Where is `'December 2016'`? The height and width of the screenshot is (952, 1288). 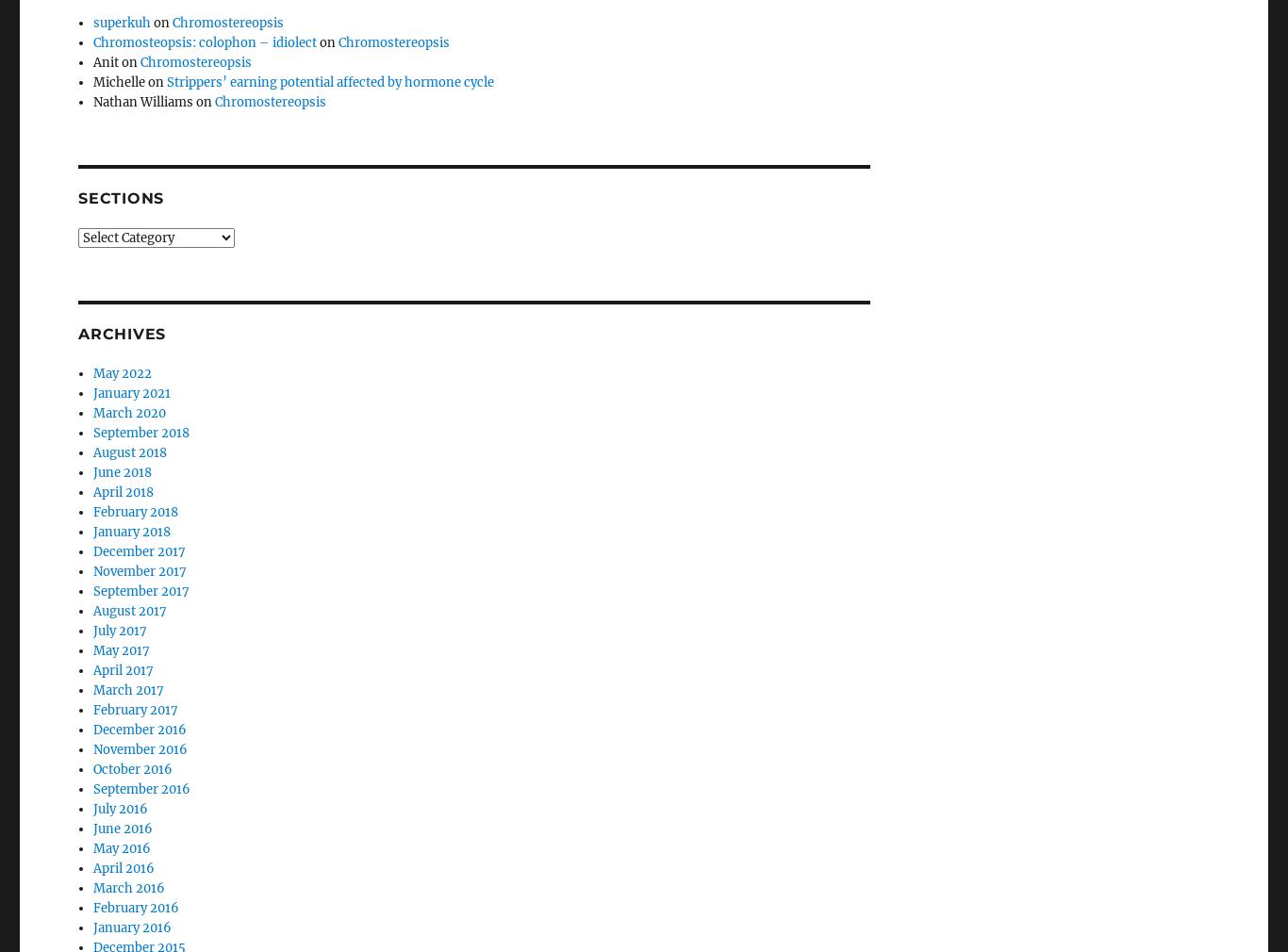
'December 2016' is located at coordinates (139, 677).